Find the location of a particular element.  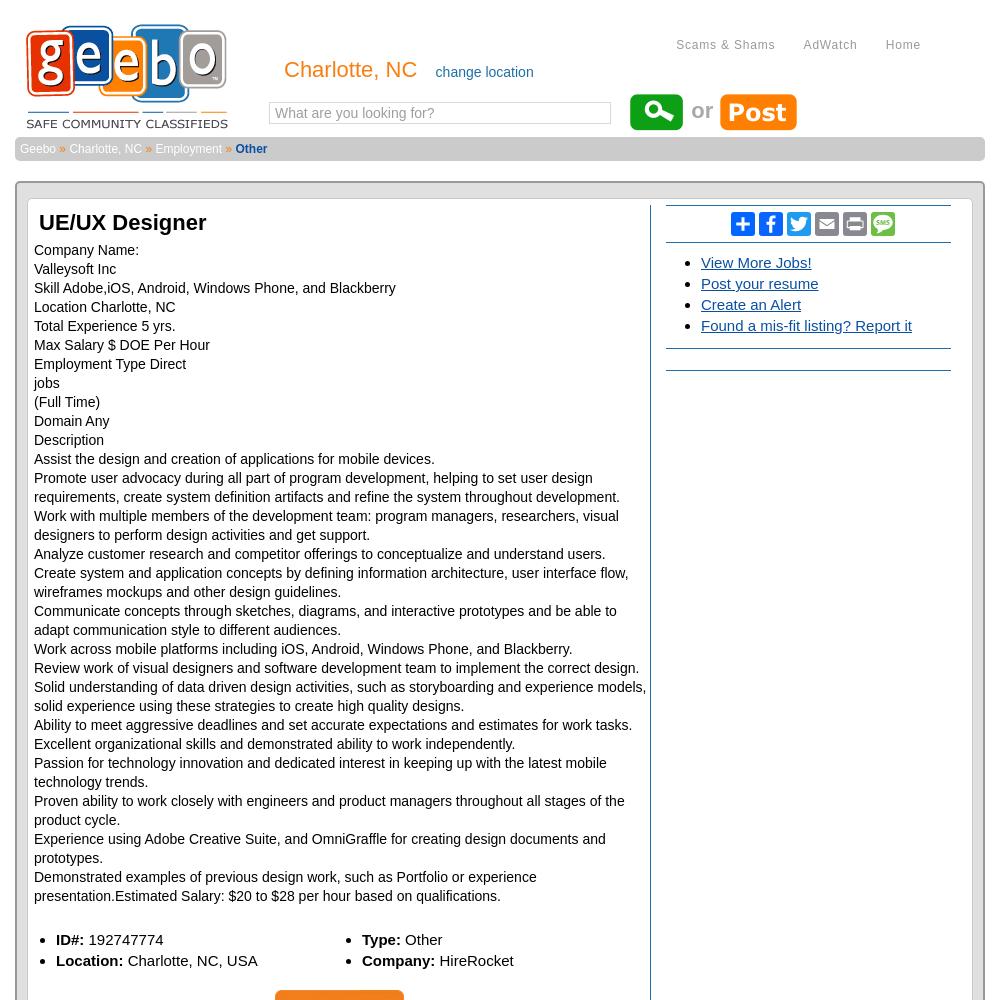

'Review work of visual designers and software development team to implement the correct design.' is located at coordinates (335, 668).